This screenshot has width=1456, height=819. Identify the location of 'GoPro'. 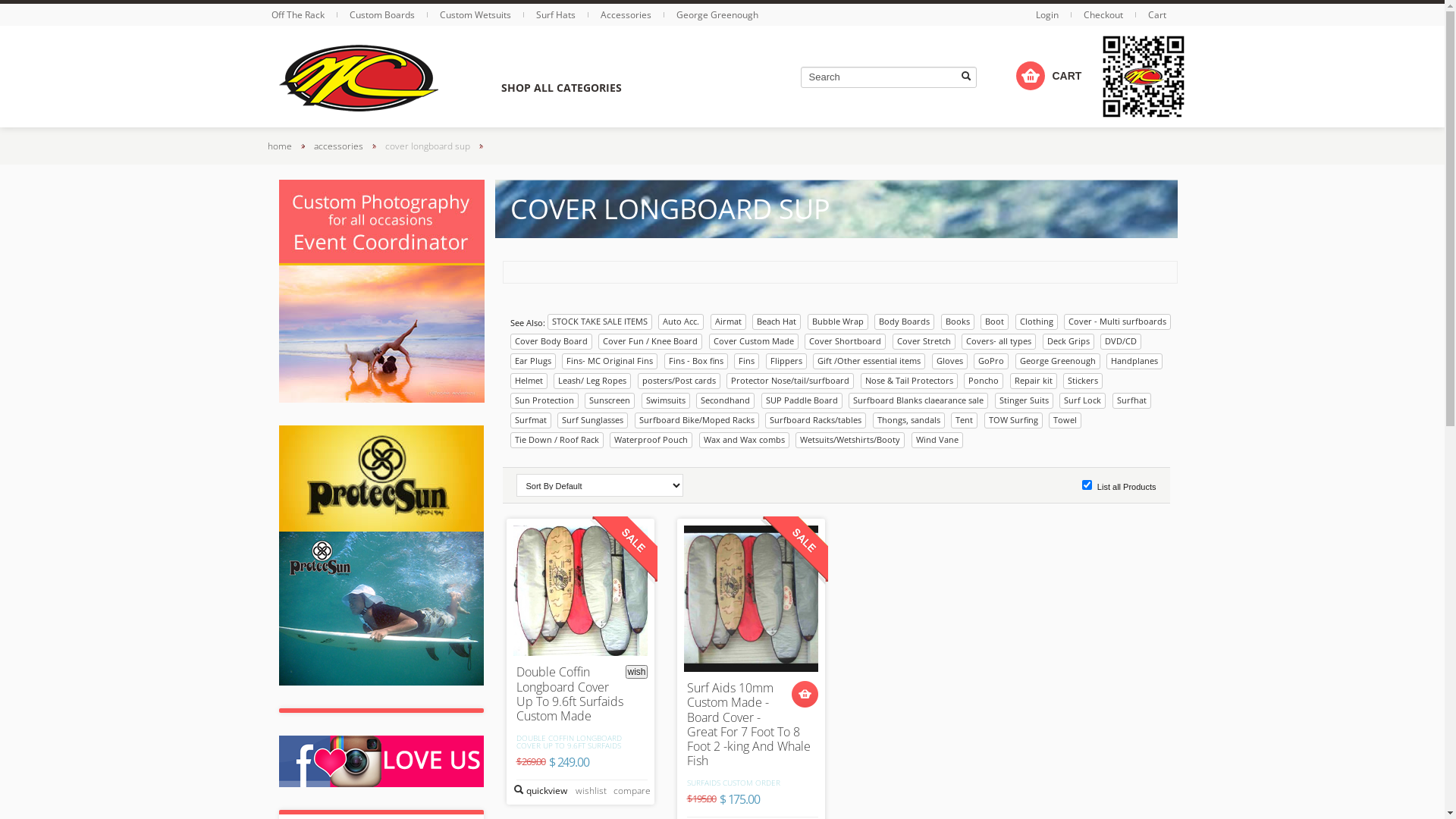
(990, 361).